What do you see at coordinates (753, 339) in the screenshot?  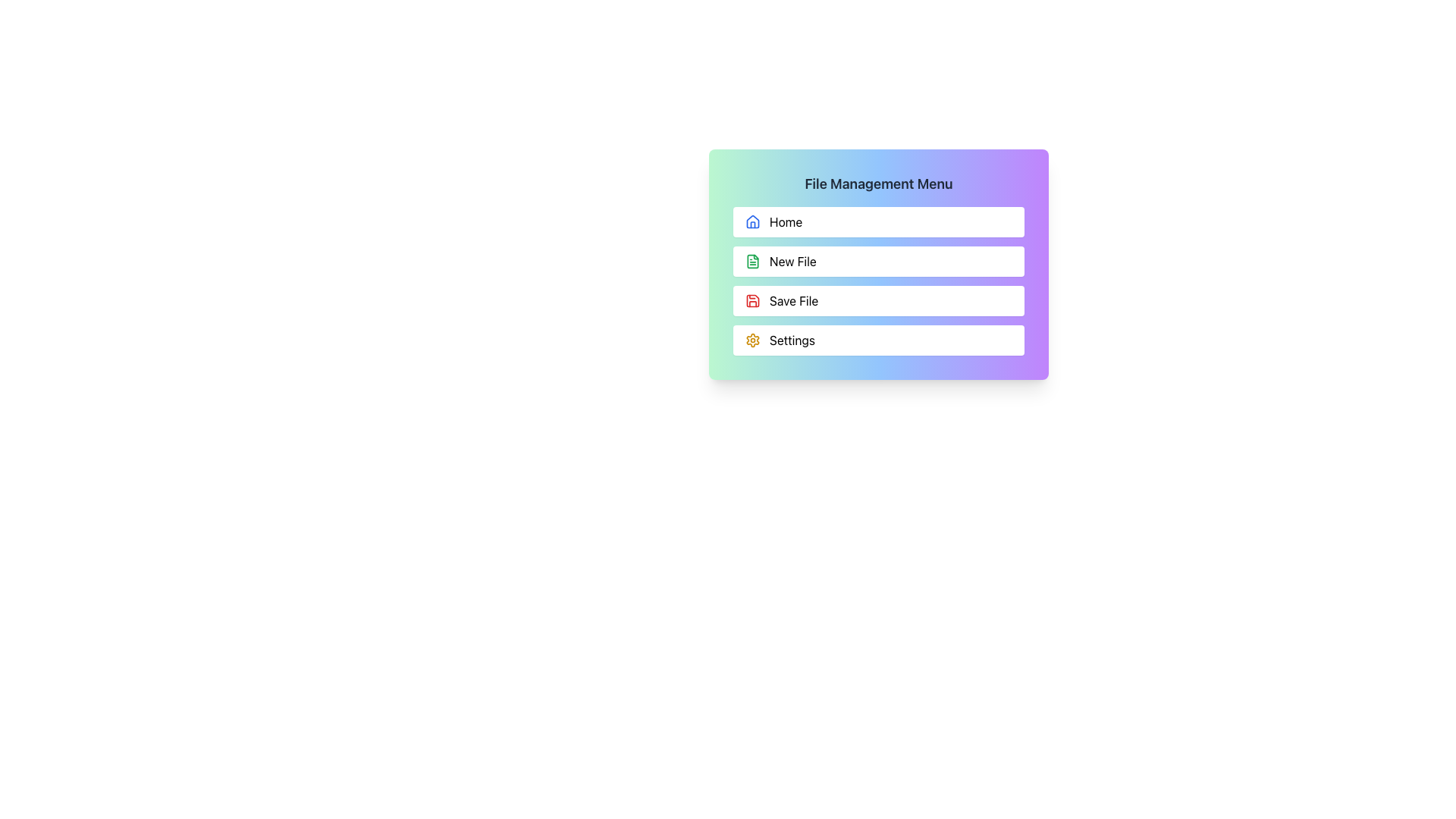 I see `the gear icon located at the bottom of the list of icons, aligned to the right of the 'Settings' label` at bounding box center [753, 339].